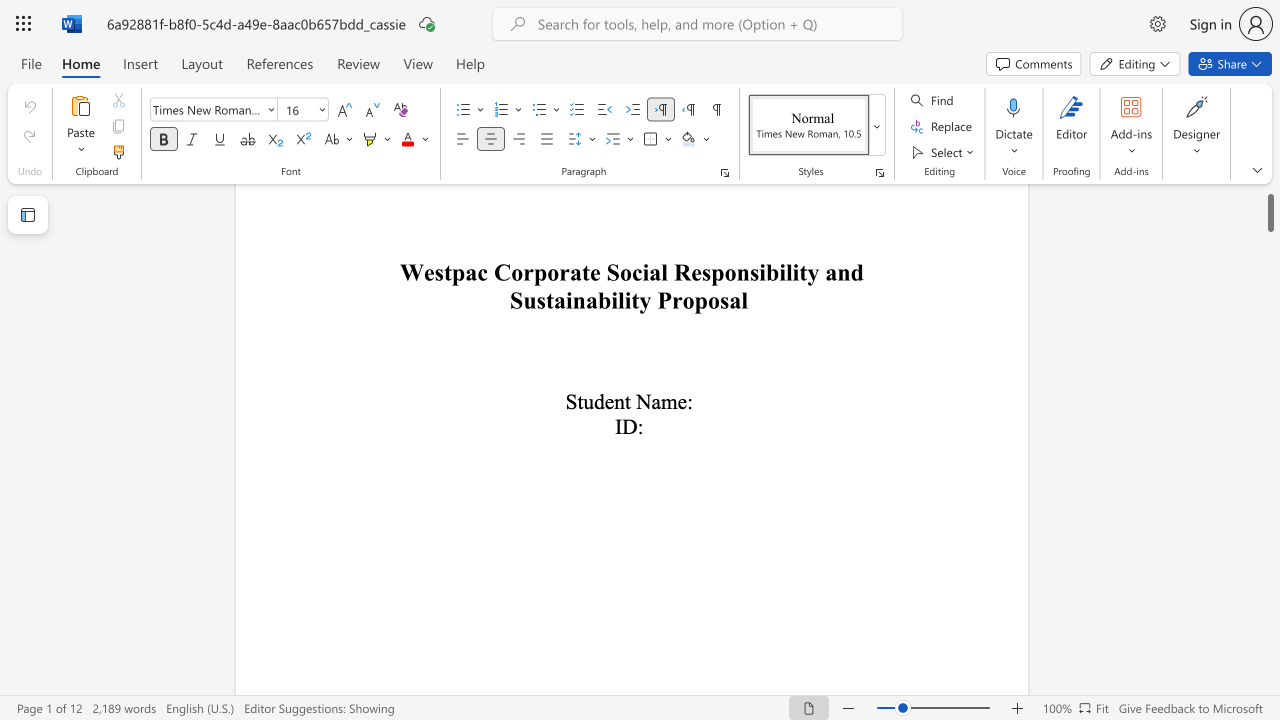  What do you see at coordinates (742, 272) in the screenshot?
I see `the 1th character "n" in the text` at bounding box center [742, 272].